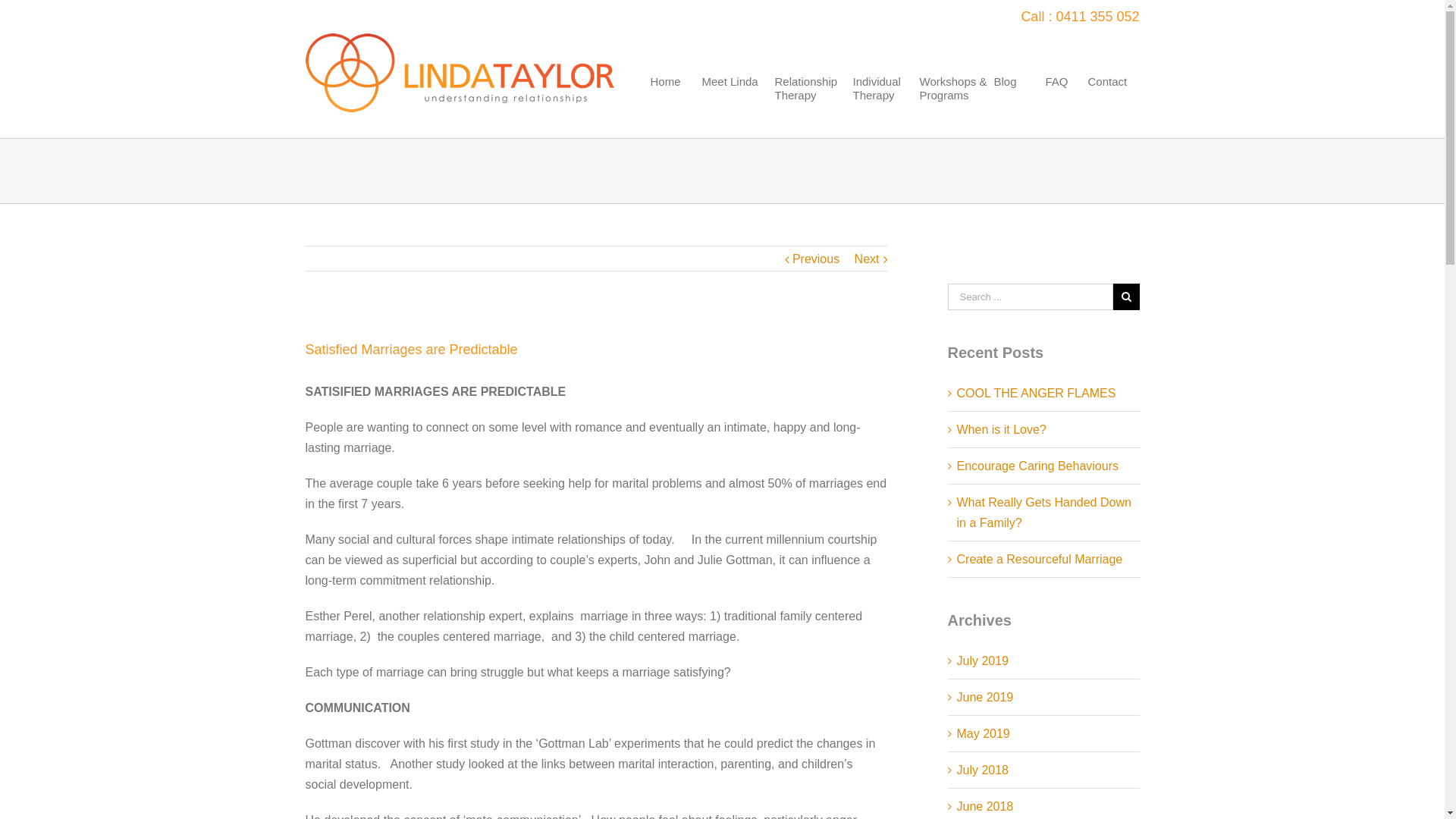 This screenshot has width=1456, height=819. I want to click on 'COOL THE ANGER FLAMES', so click(1036, 392).